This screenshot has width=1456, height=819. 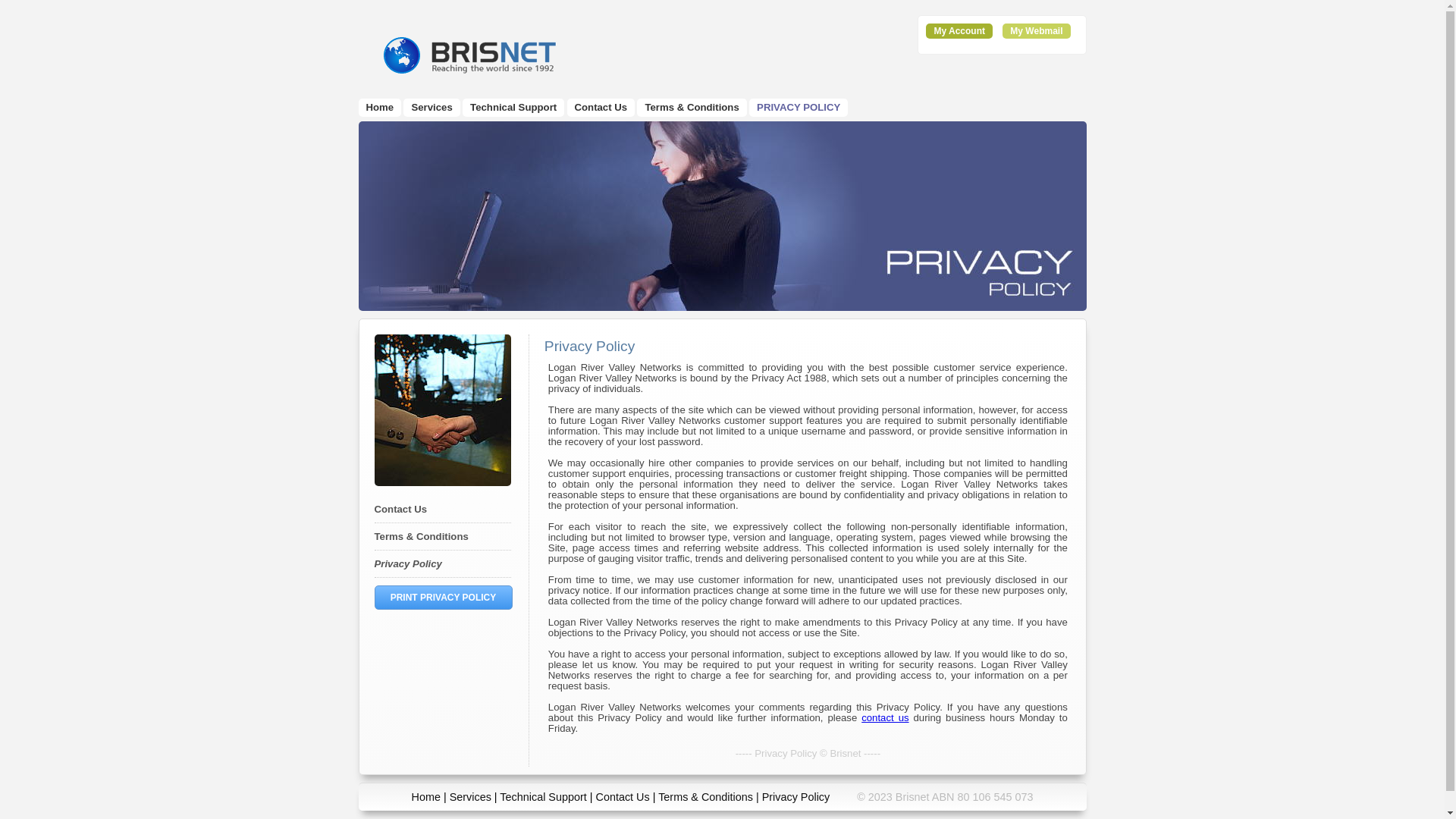 I want to click on 'PRINT PRIVACY POLICY', so click(x=443, y=596).